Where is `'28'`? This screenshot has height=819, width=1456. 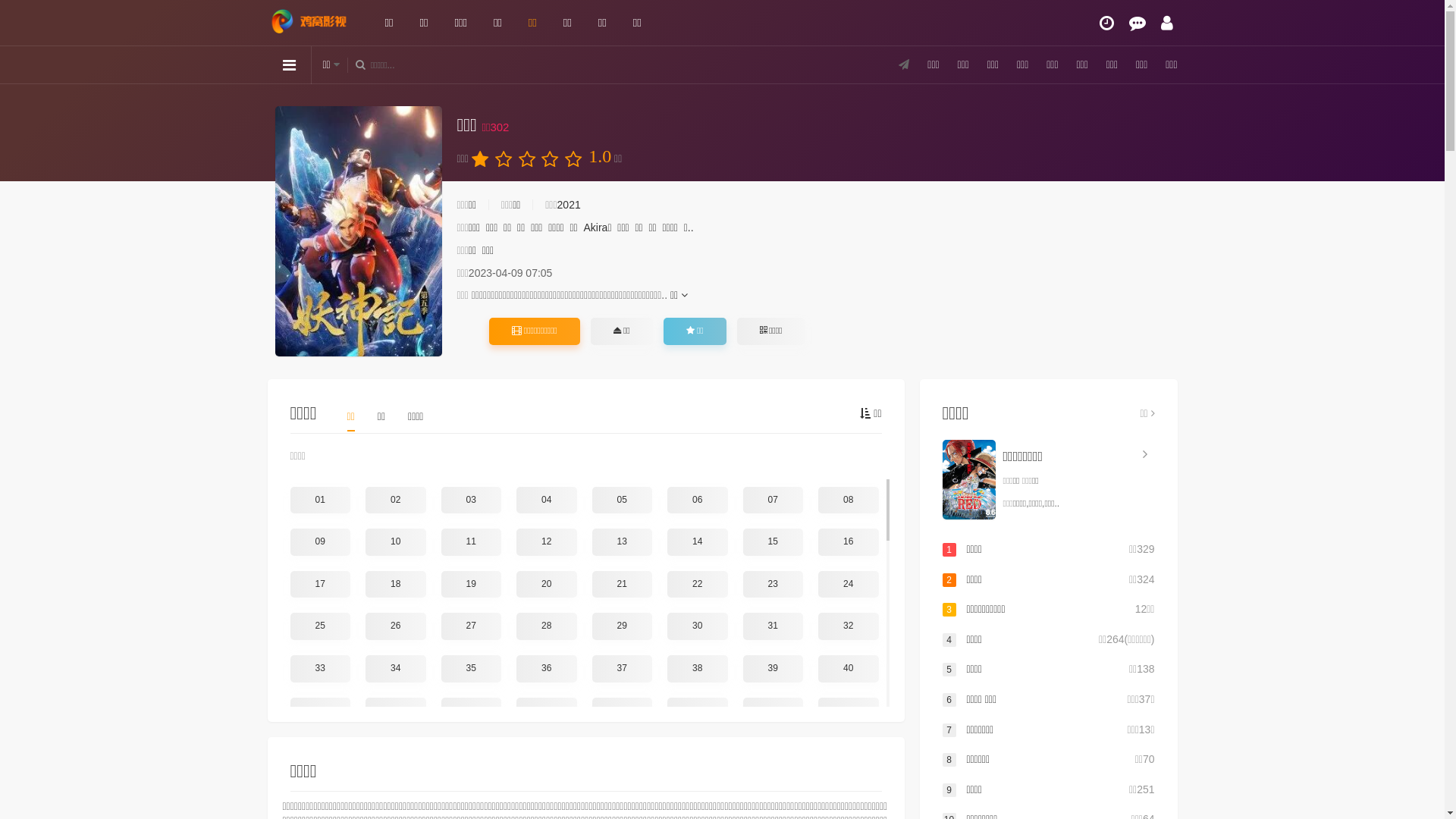
'28' is located at coordinates (546, 626).